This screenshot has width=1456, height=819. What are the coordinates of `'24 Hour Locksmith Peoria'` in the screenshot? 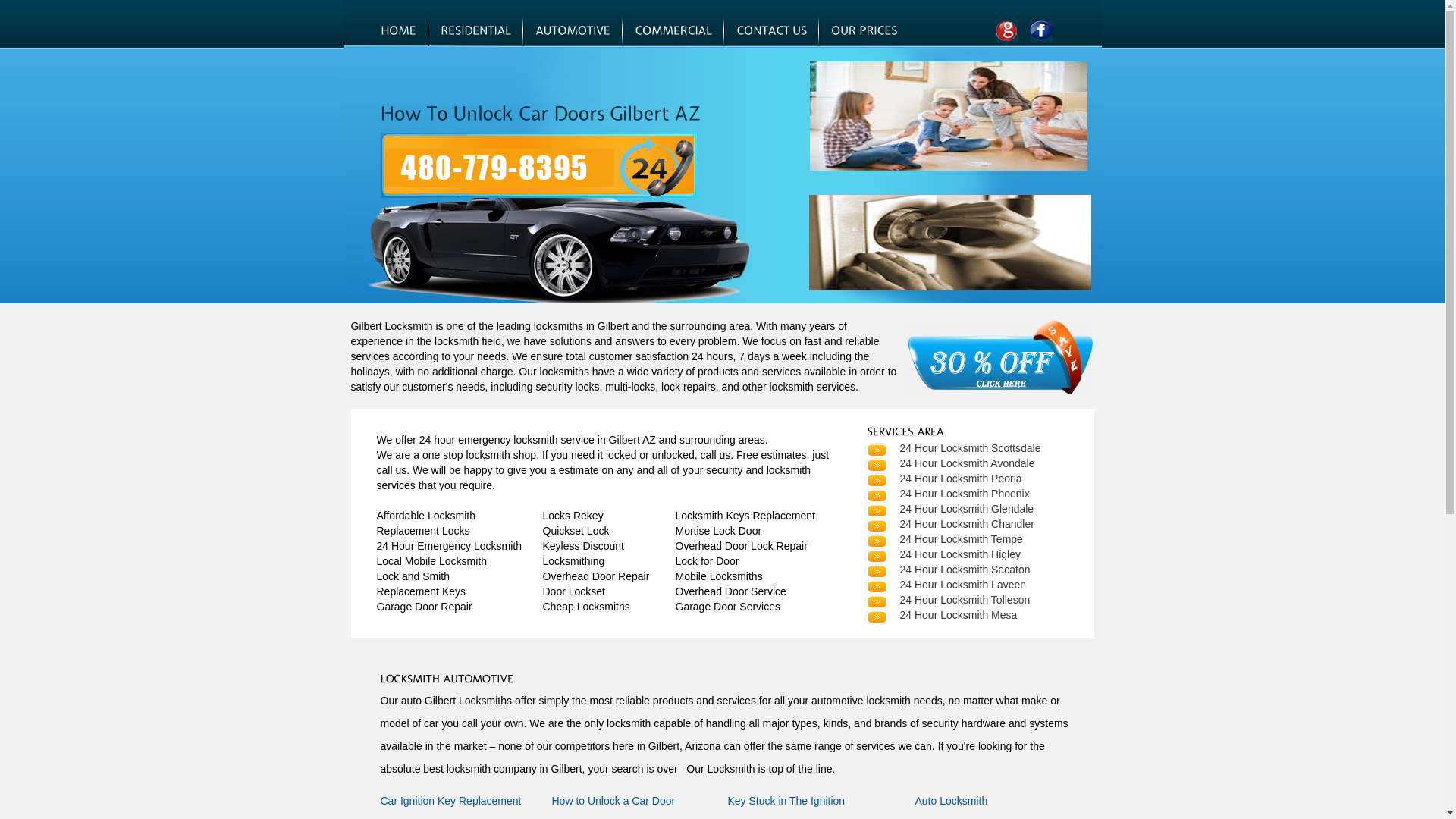 It's located at (941, 479).